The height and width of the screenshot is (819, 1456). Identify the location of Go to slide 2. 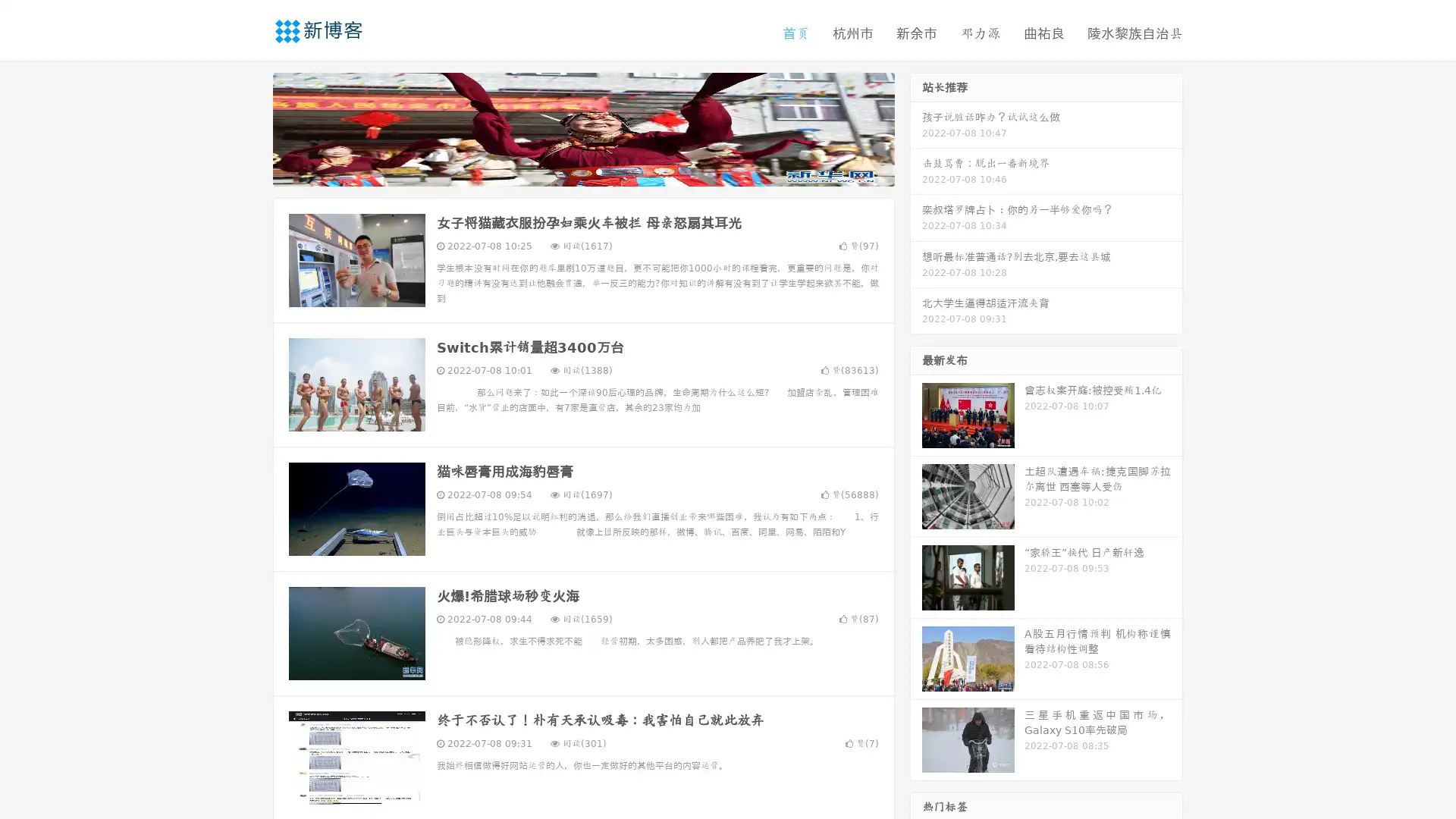
(582, 171).